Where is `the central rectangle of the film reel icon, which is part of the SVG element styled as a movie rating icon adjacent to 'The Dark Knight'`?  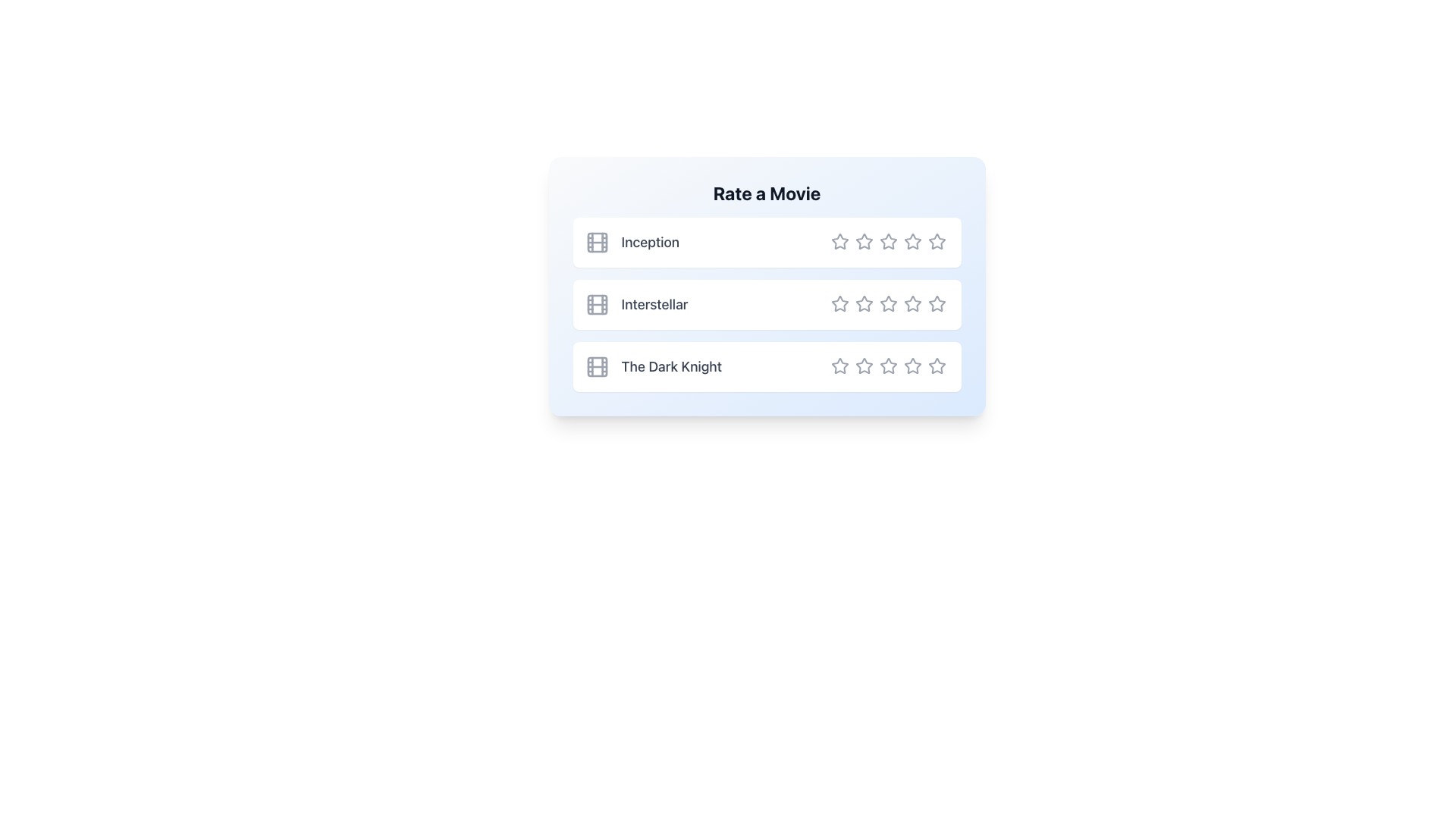
the central rectangle of the film reel icon, which is part of the SVG element styled as a movie rating icon adjacent to 'The Dark Knight' is located at coordinates (596, 366).